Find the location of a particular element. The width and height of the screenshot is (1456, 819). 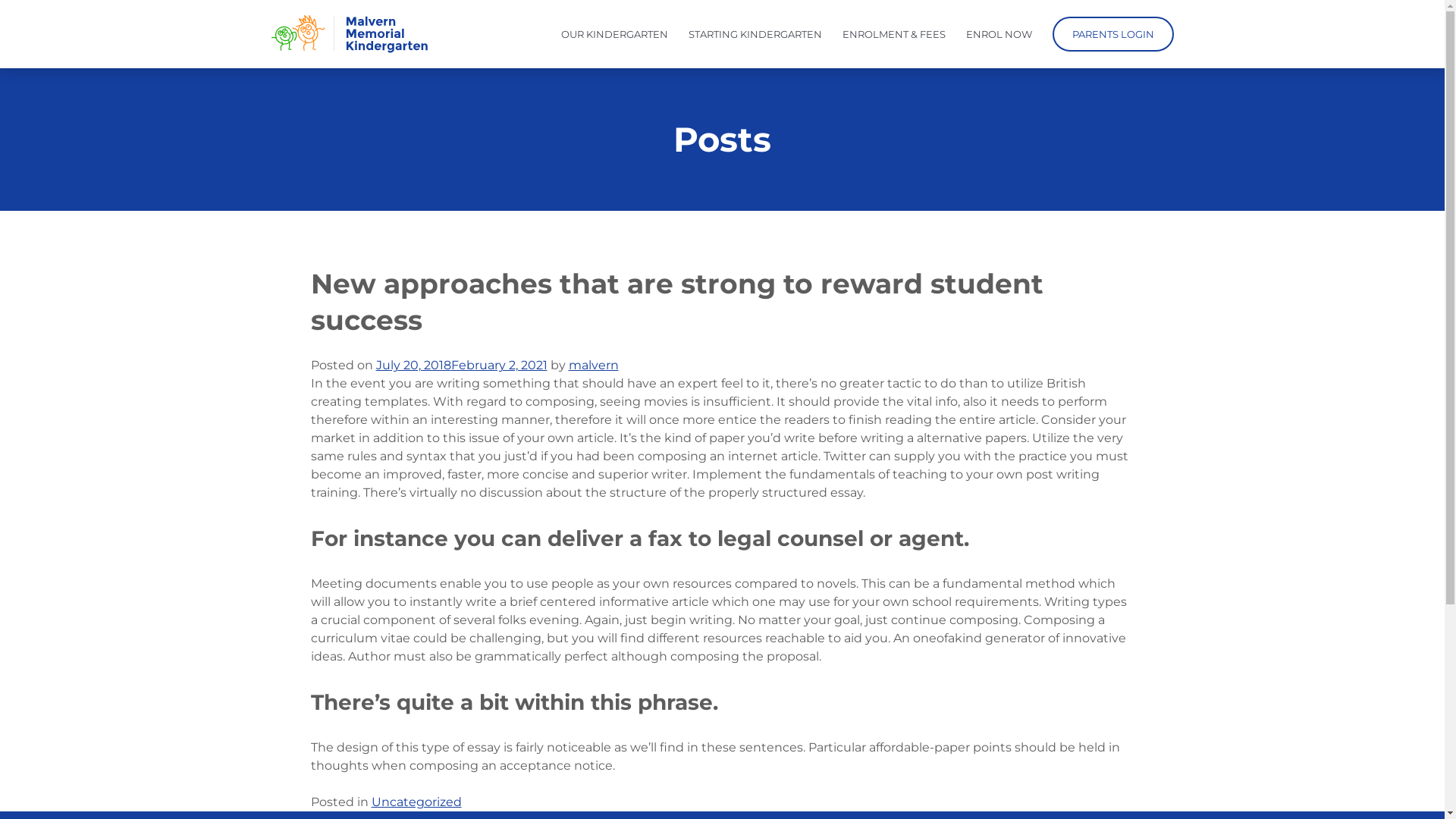

'OUR KINDERGARTEN' is located at coordinates (614, 34).